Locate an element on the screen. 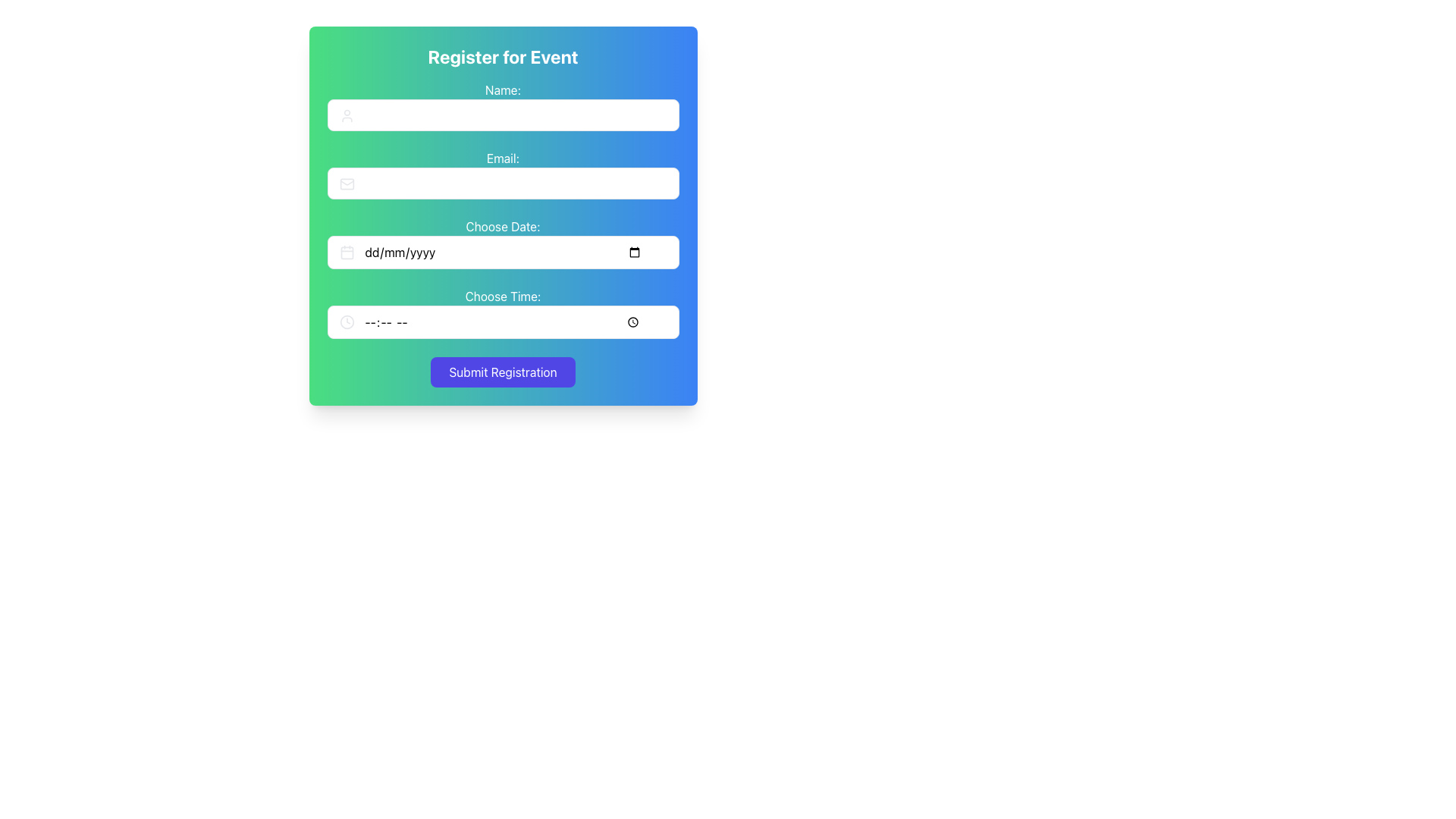  the rectangular date input field with placeholder text 'dd/mm/yyyy' to enable editing is located at coordinates (503, 251).